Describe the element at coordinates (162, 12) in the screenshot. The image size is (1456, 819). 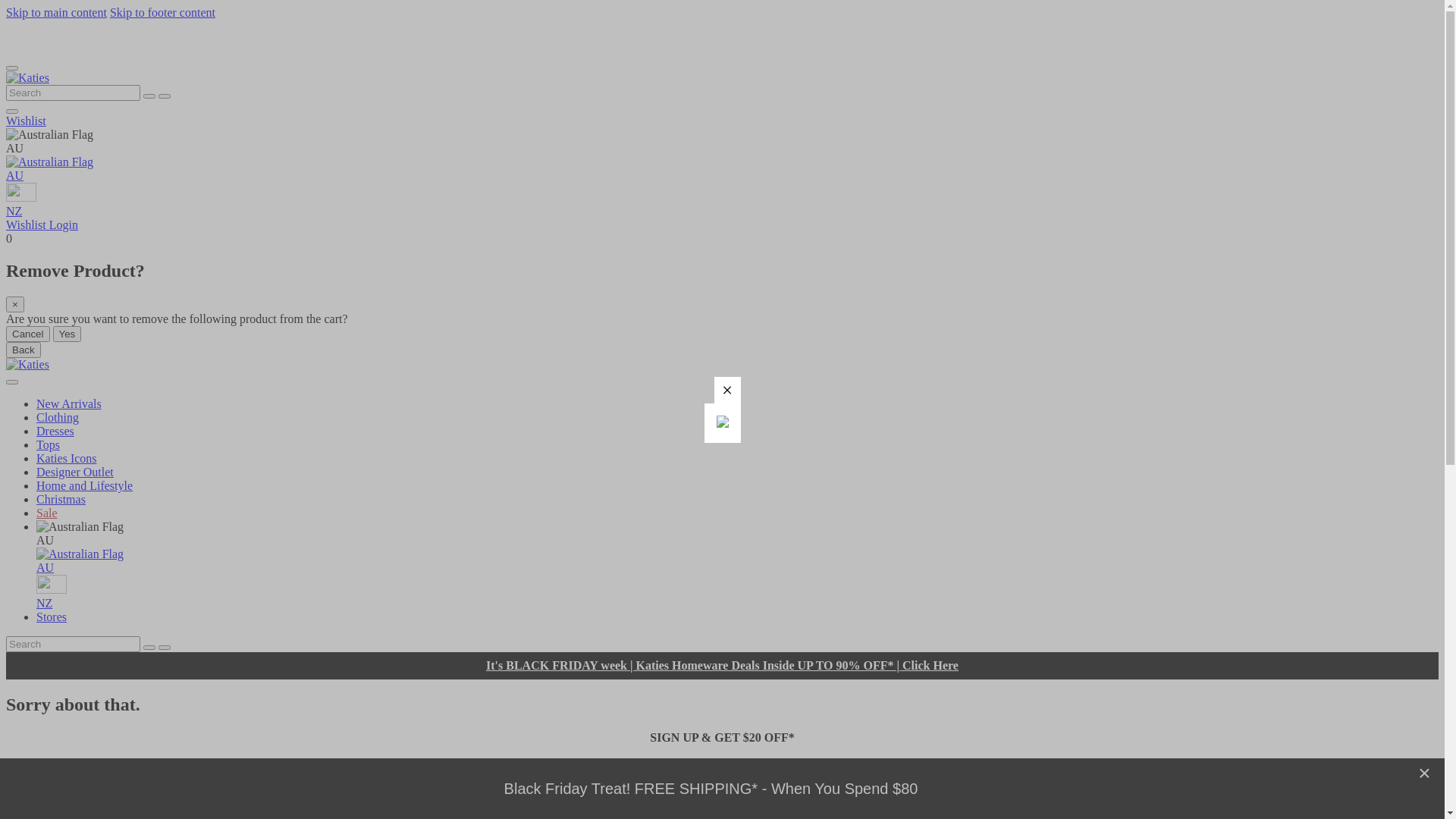
I see `'Skip to footer content'` at that location.